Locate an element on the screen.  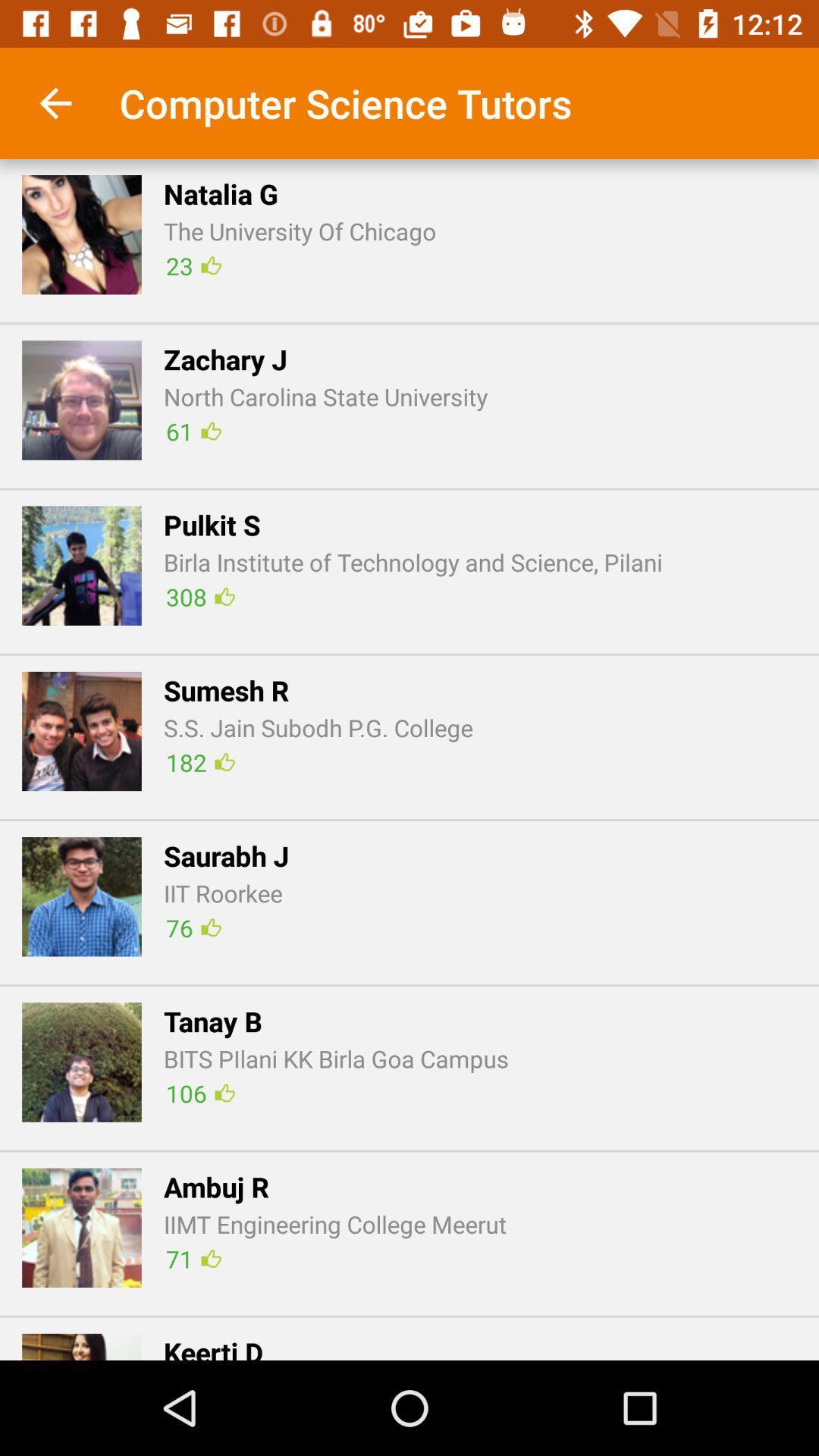
item to the right of the z is located at coordinates (193, 430).